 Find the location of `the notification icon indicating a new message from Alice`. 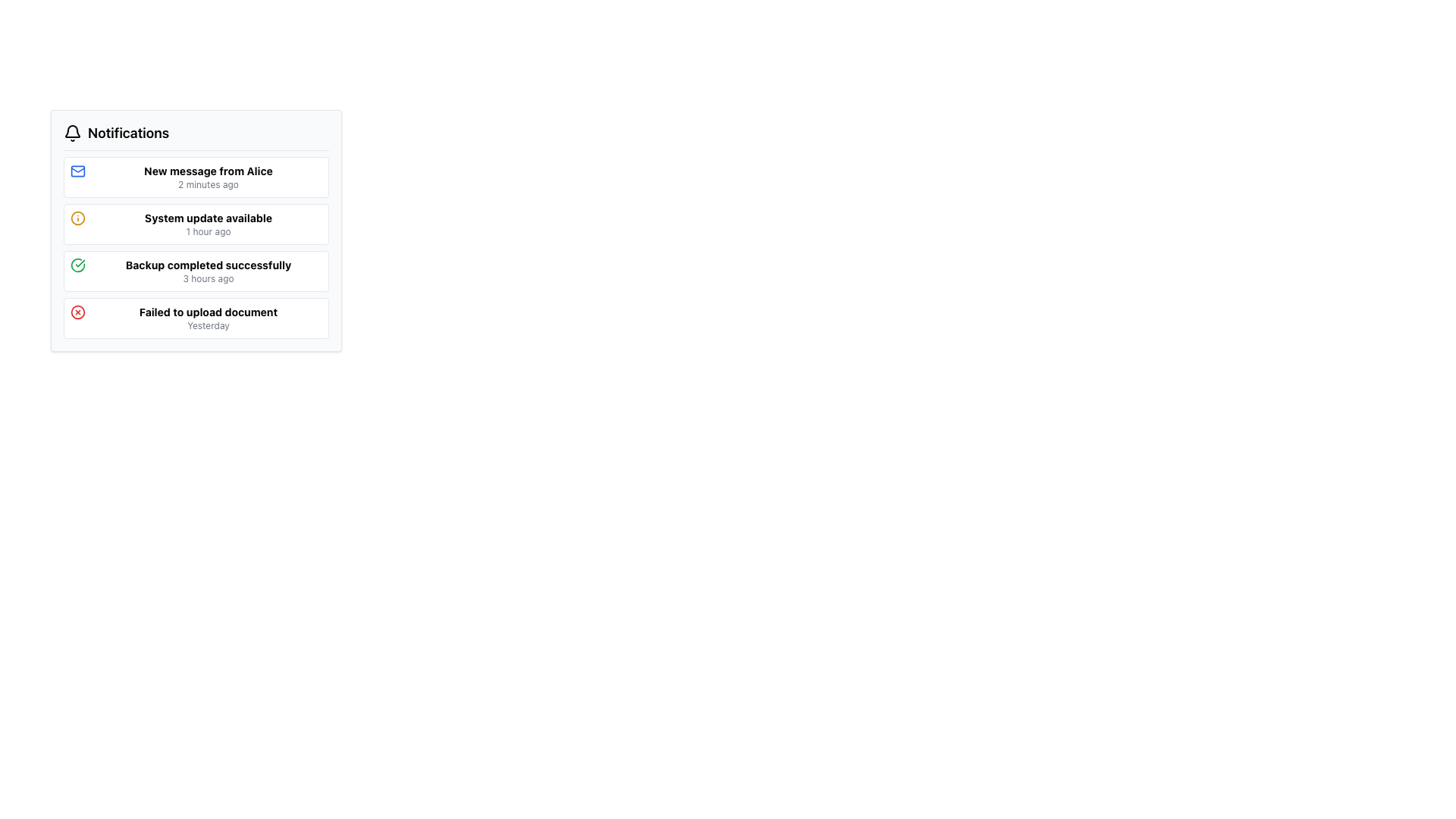

the notification icon indicating a new message from Alice is located at coordinates (77, 171).